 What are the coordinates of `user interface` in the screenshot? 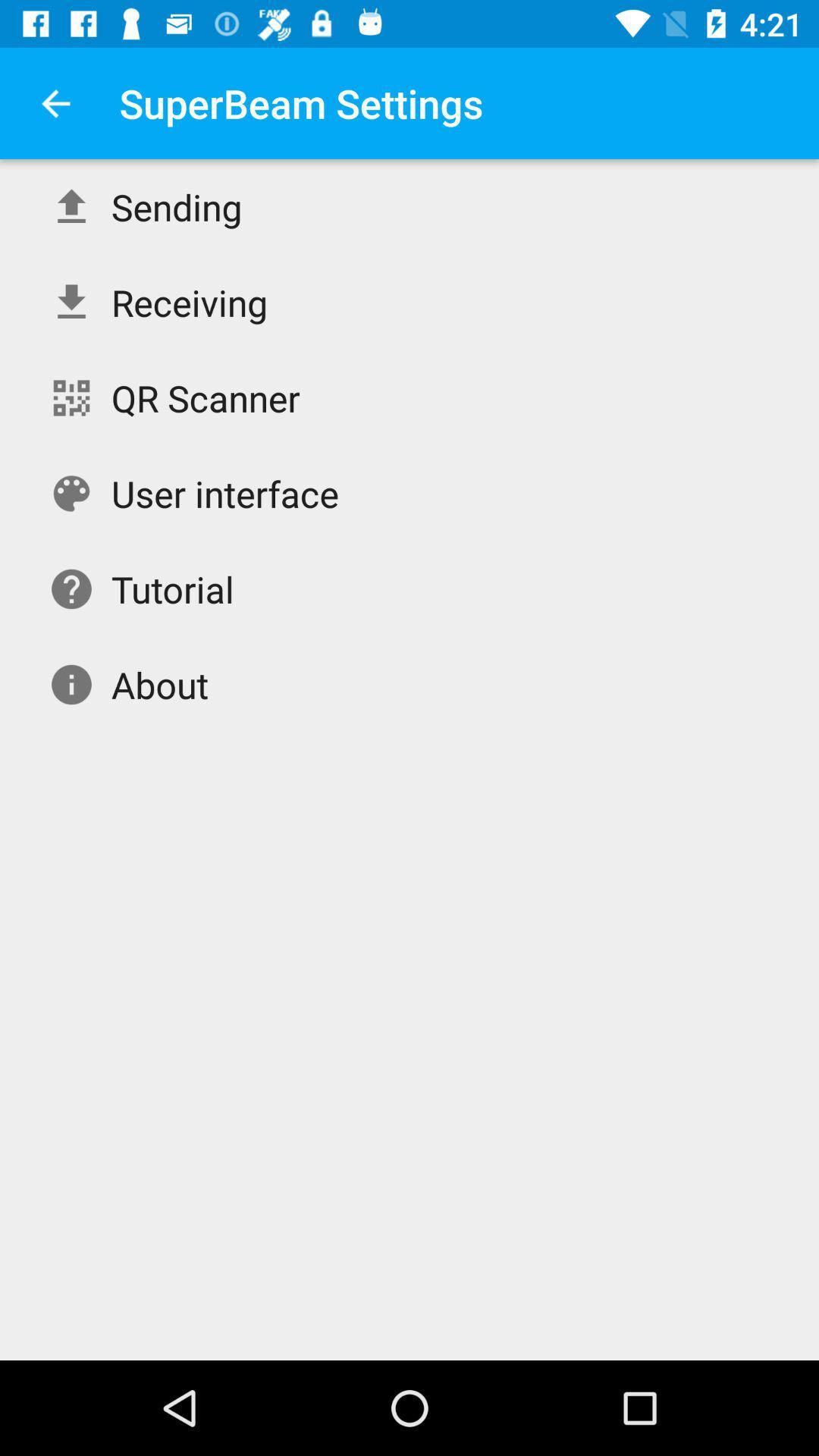 It's located at (225, 494).